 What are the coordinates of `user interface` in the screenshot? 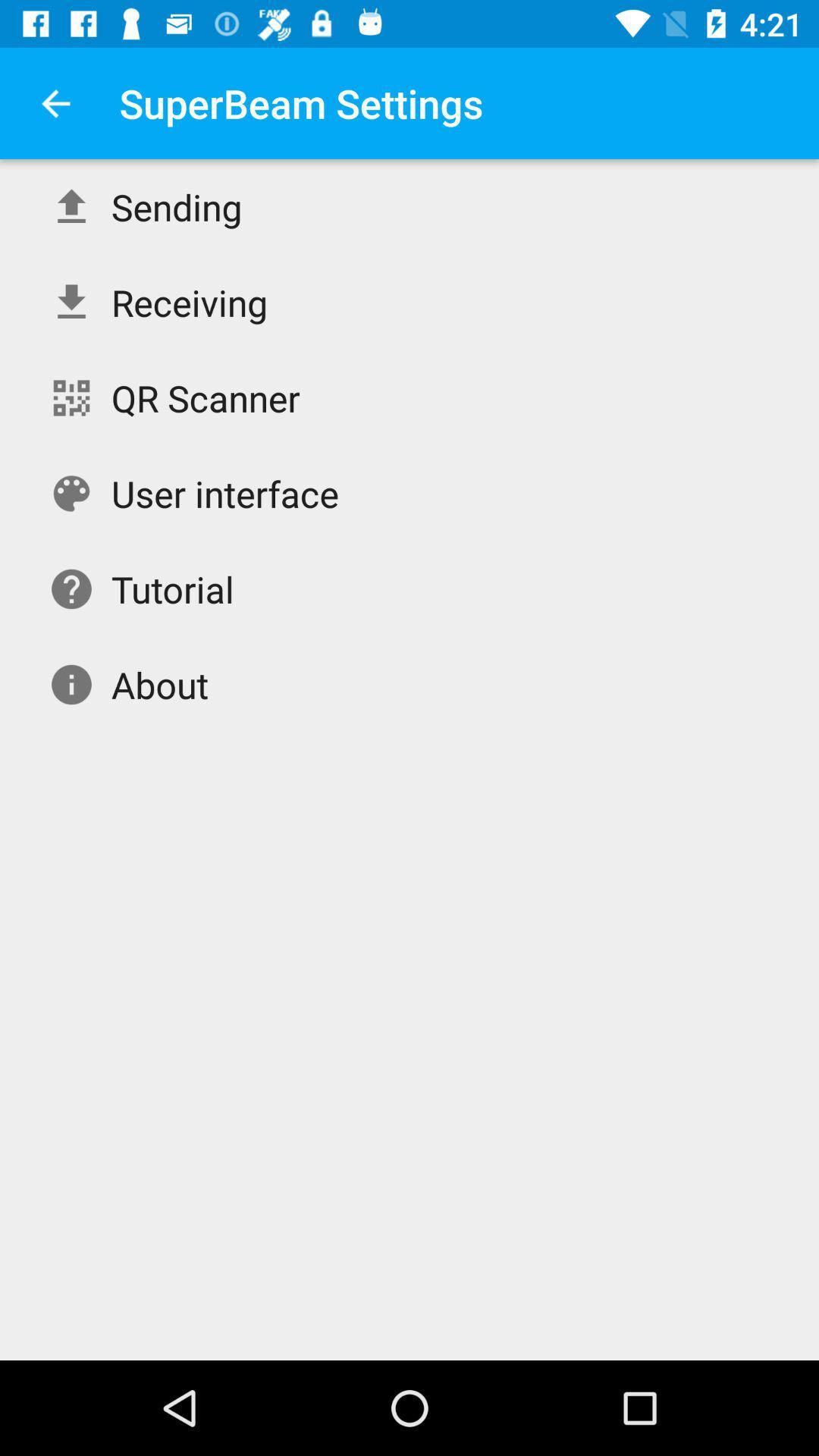 It's located at (225, 494).